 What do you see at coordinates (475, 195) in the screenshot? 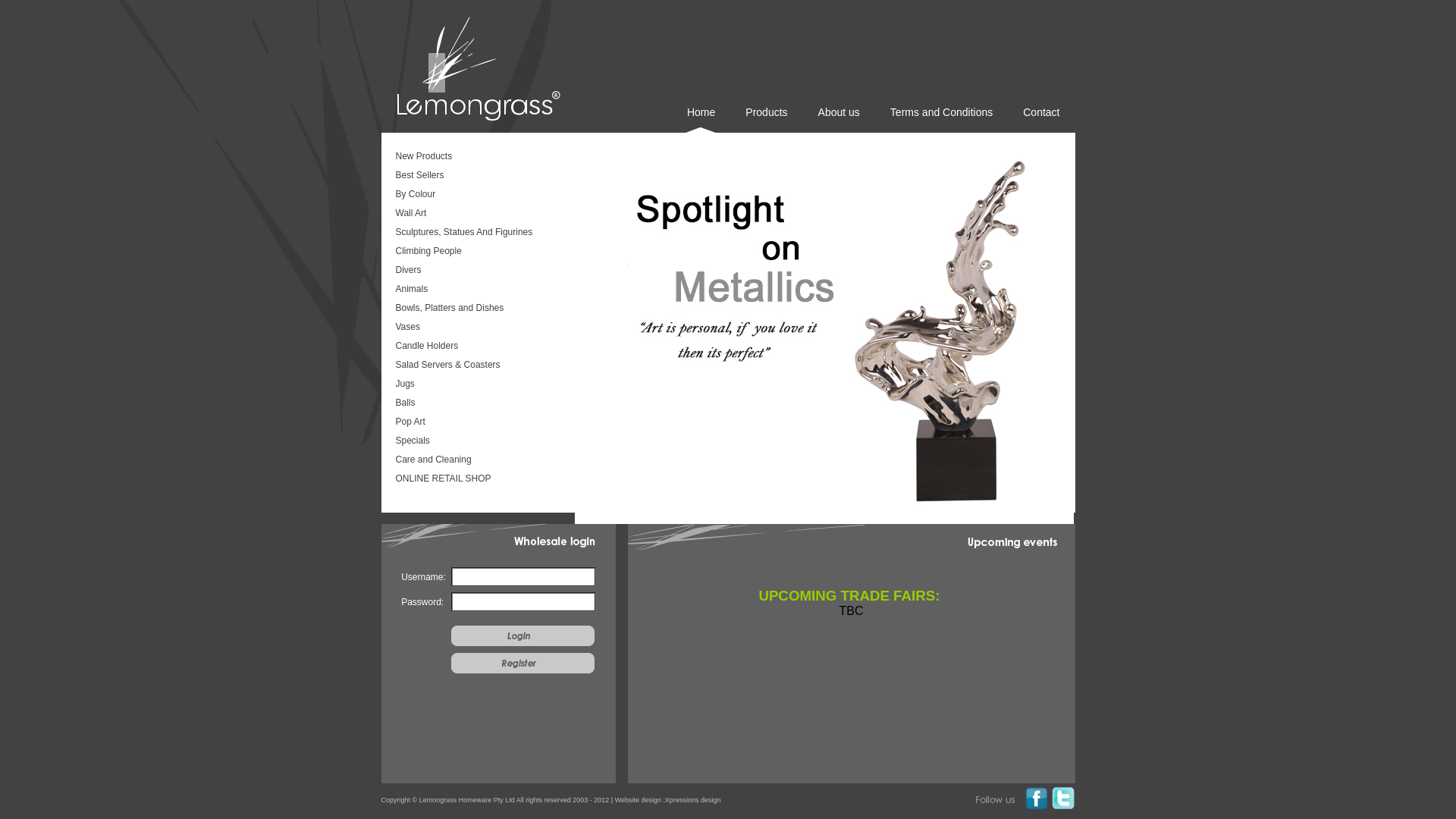
I see `'By Colour'` at bounding box center [475, 195].